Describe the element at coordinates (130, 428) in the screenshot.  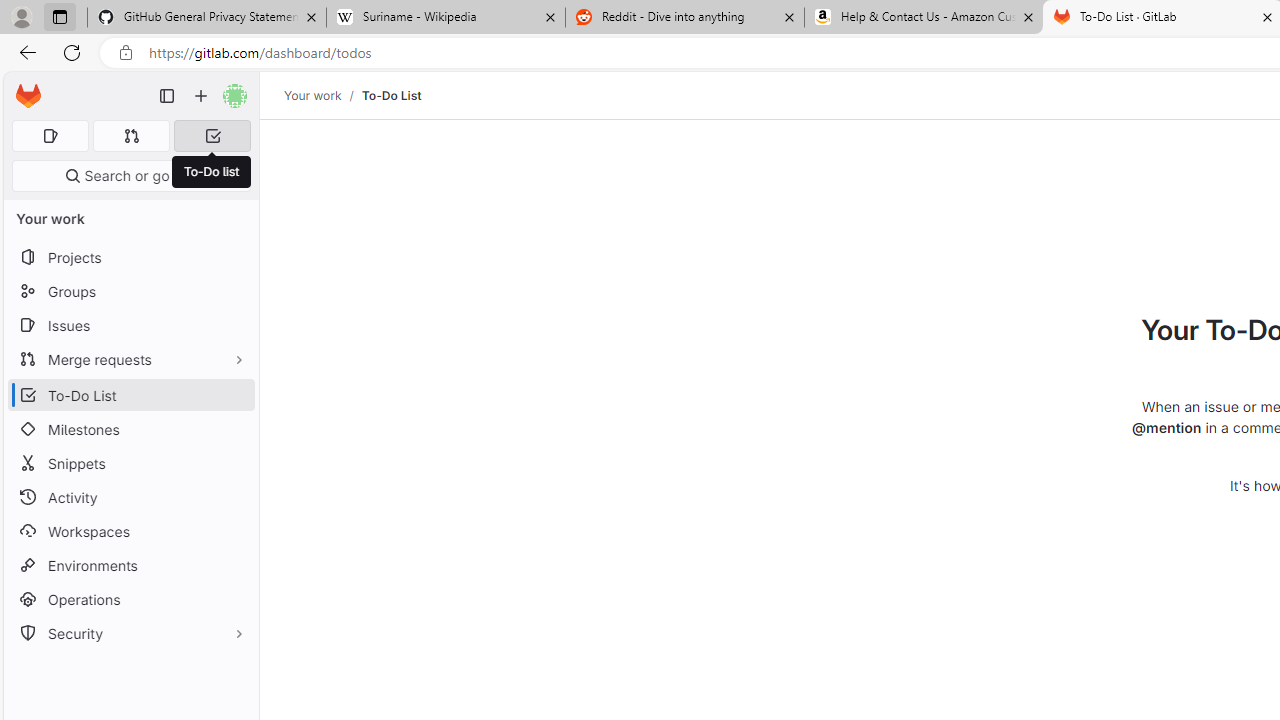
I see `'Milestones'` at that location.